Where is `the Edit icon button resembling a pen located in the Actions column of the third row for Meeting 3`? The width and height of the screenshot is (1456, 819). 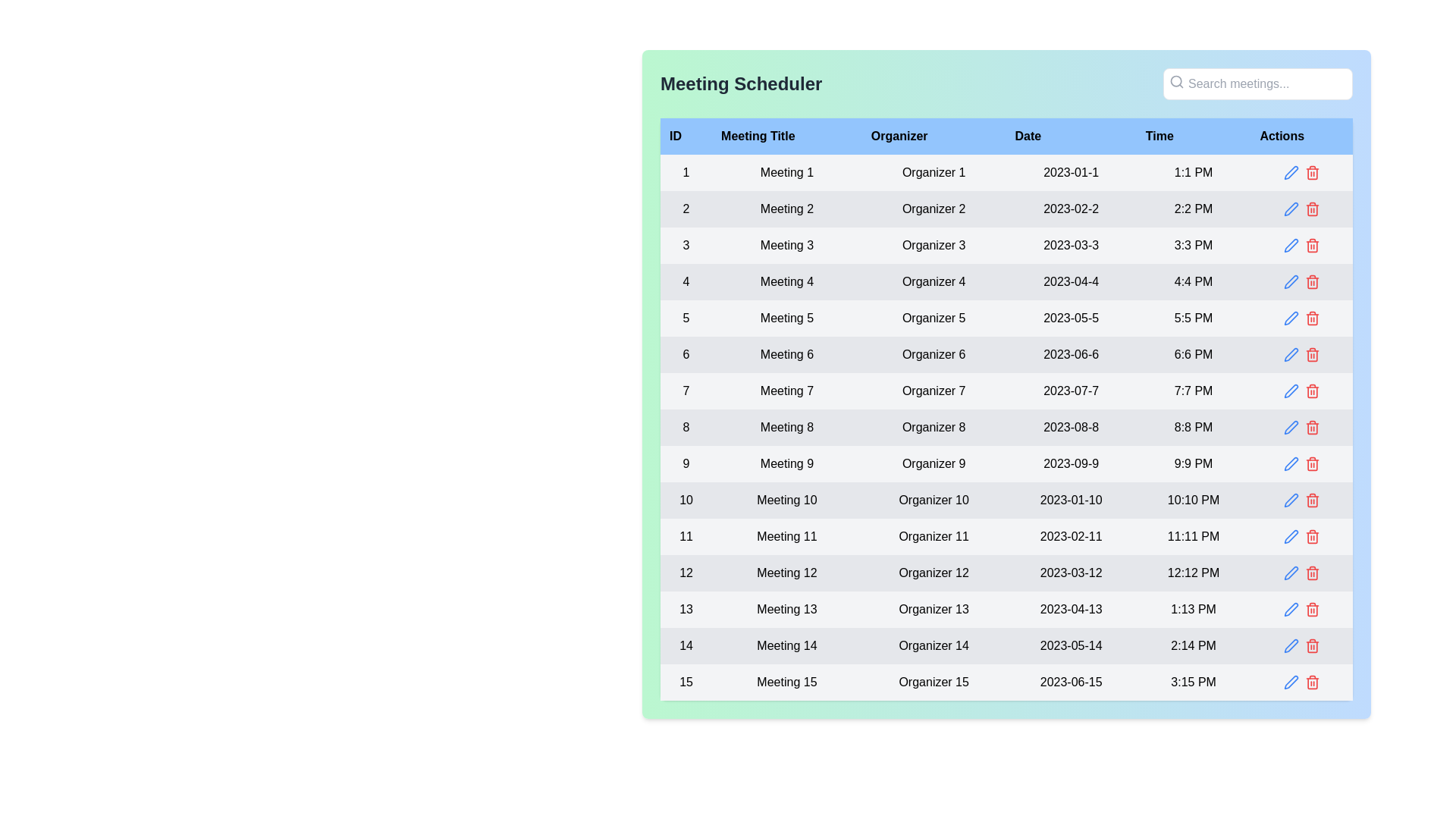
the Edit icon button resembling a pen located in the Actions column of the third row for Meeting 3 is located at coordinates (1290, 245).